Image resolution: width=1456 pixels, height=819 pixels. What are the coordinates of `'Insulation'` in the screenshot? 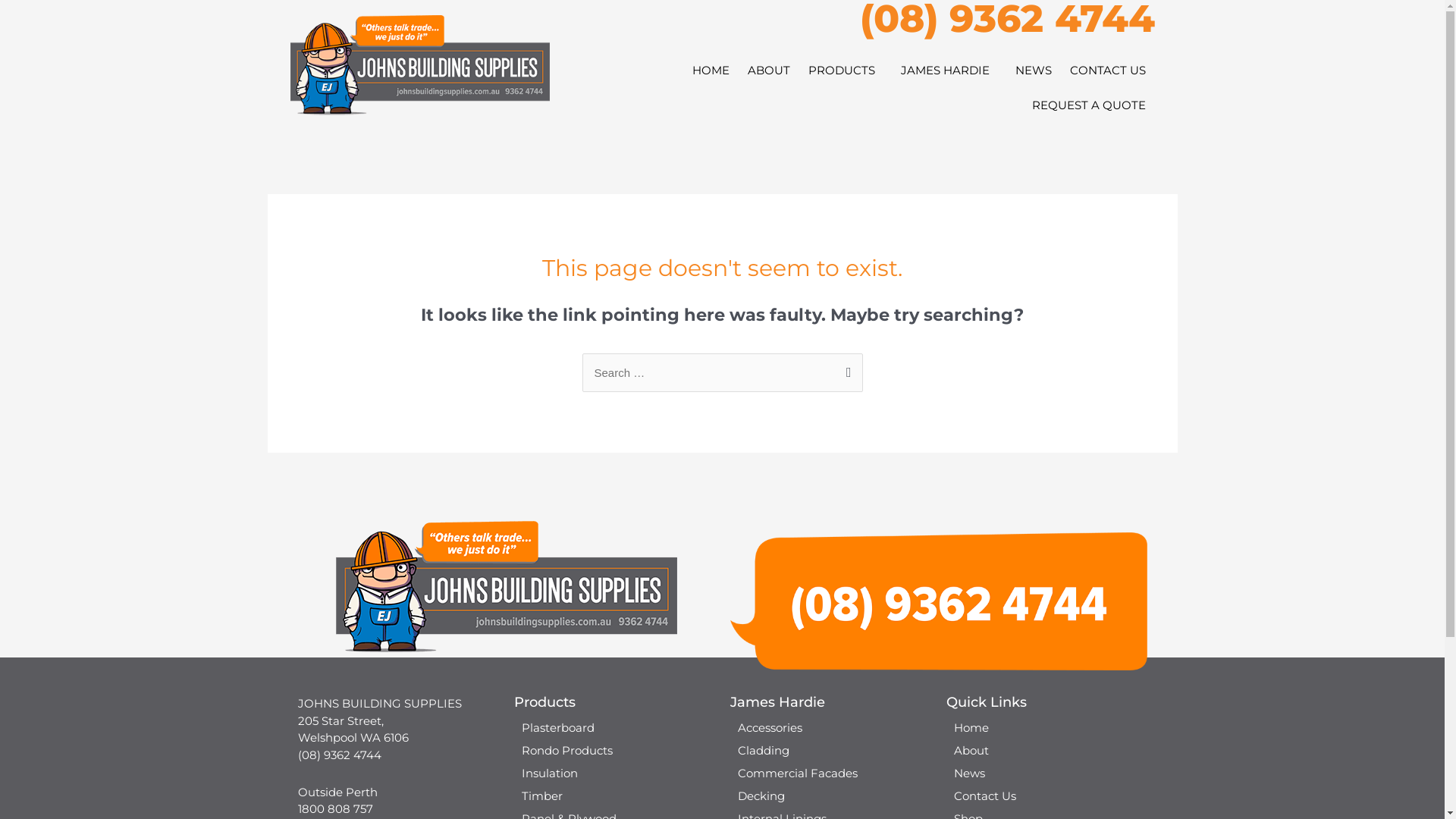 It's located at (614, 773).